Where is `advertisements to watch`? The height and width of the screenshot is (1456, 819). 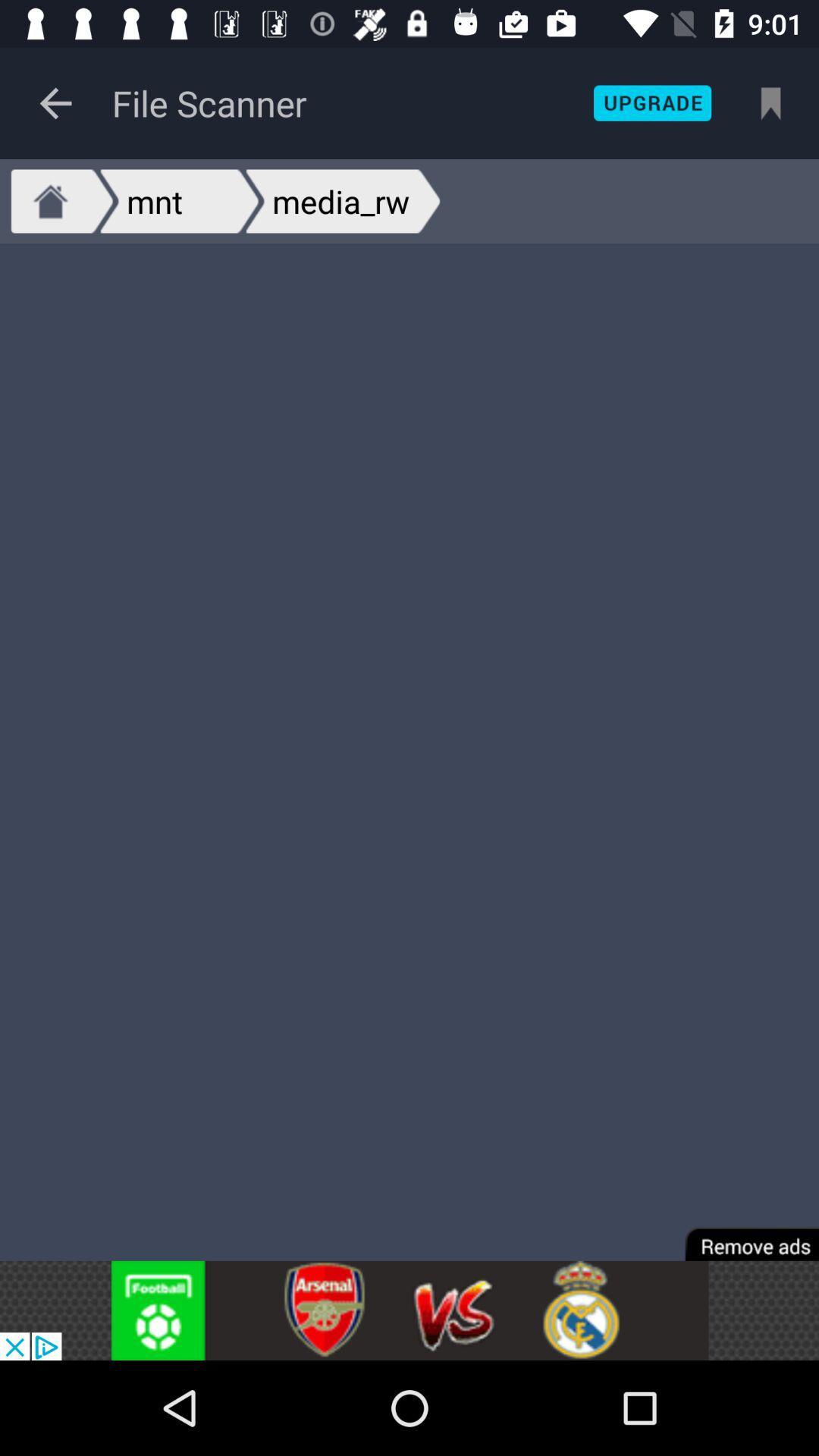
advertisements to watch is located at coordinates (409, 1310).